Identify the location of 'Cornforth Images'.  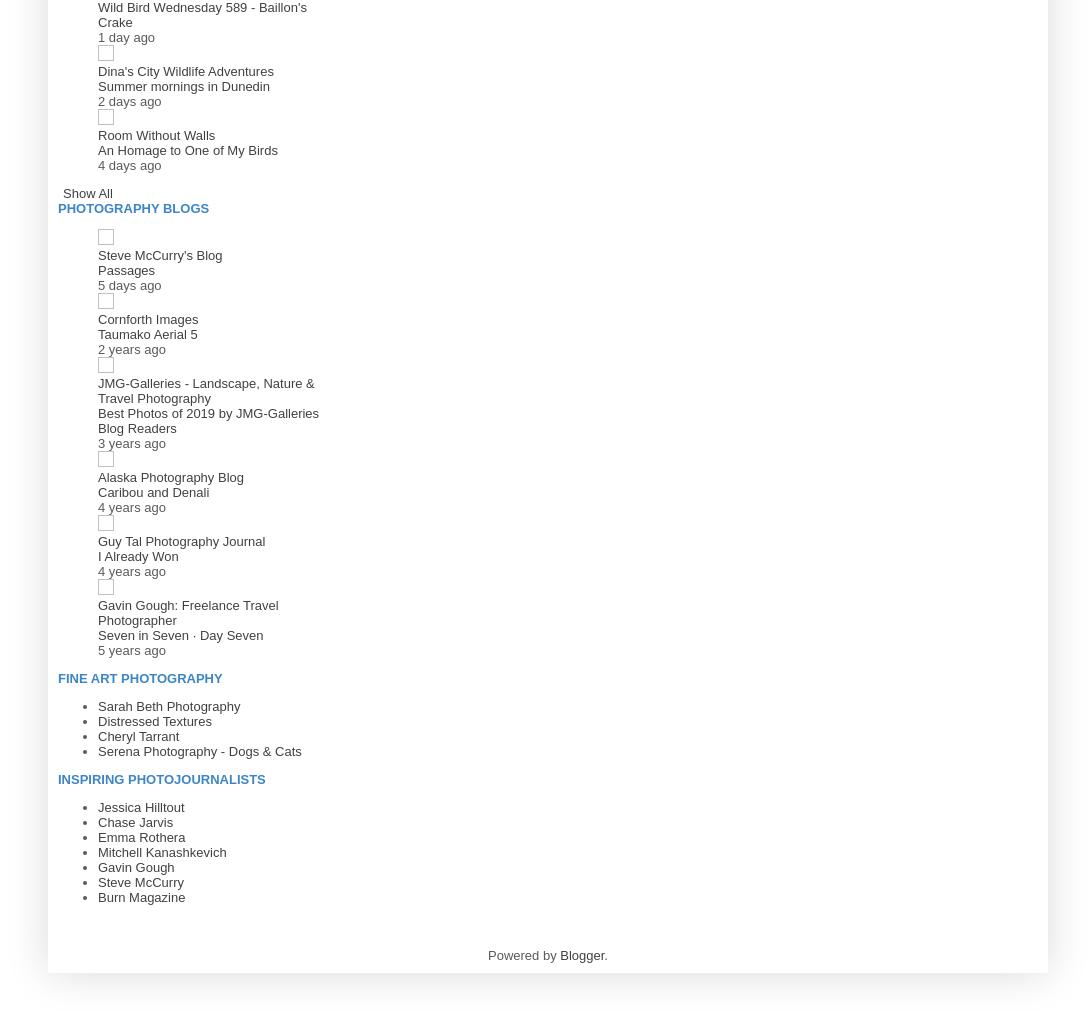
(98, 318).